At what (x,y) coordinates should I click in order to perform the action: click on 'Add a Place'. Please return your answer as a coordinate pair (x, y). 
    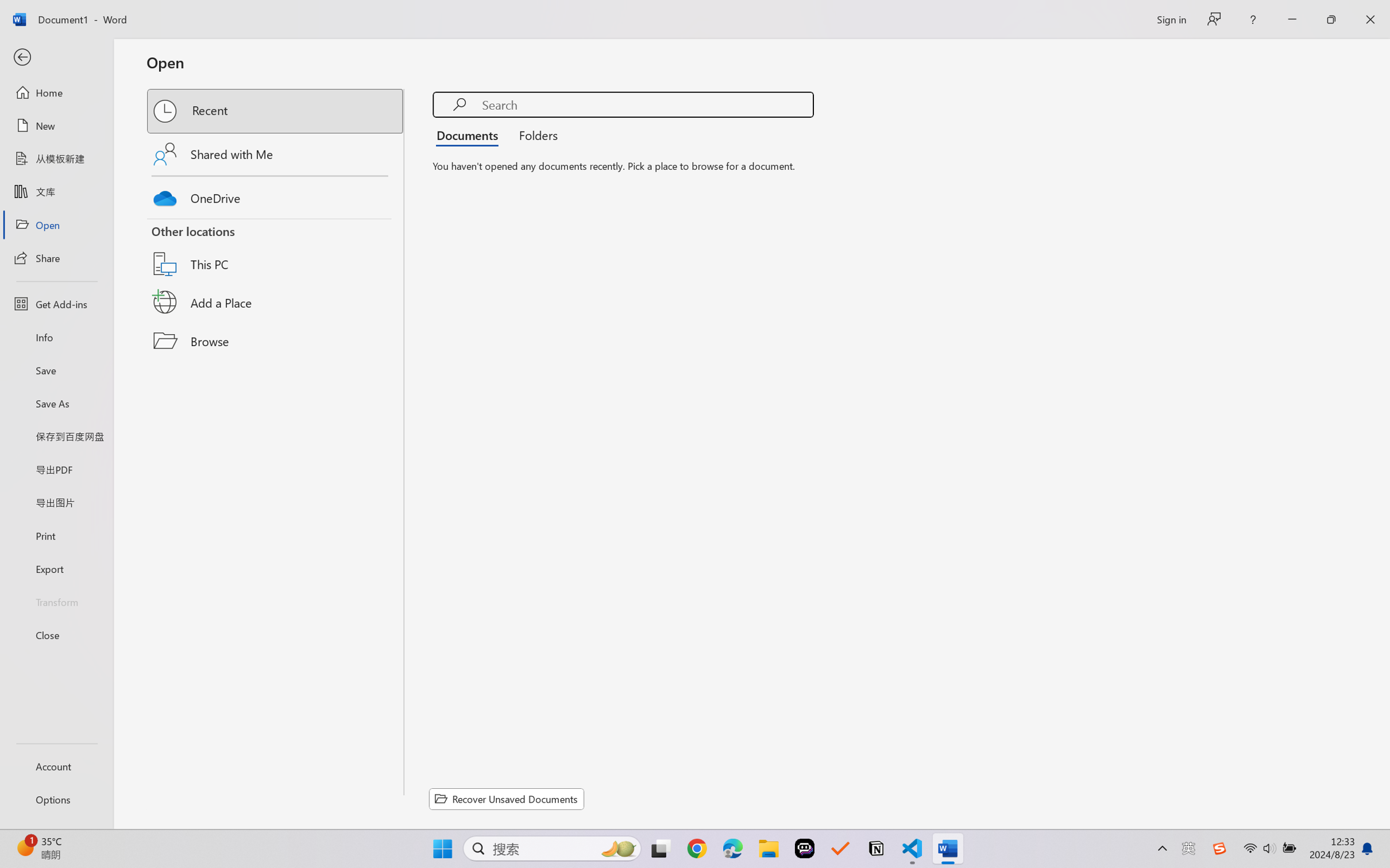
    Looking at the image, I should click on (276, 301).